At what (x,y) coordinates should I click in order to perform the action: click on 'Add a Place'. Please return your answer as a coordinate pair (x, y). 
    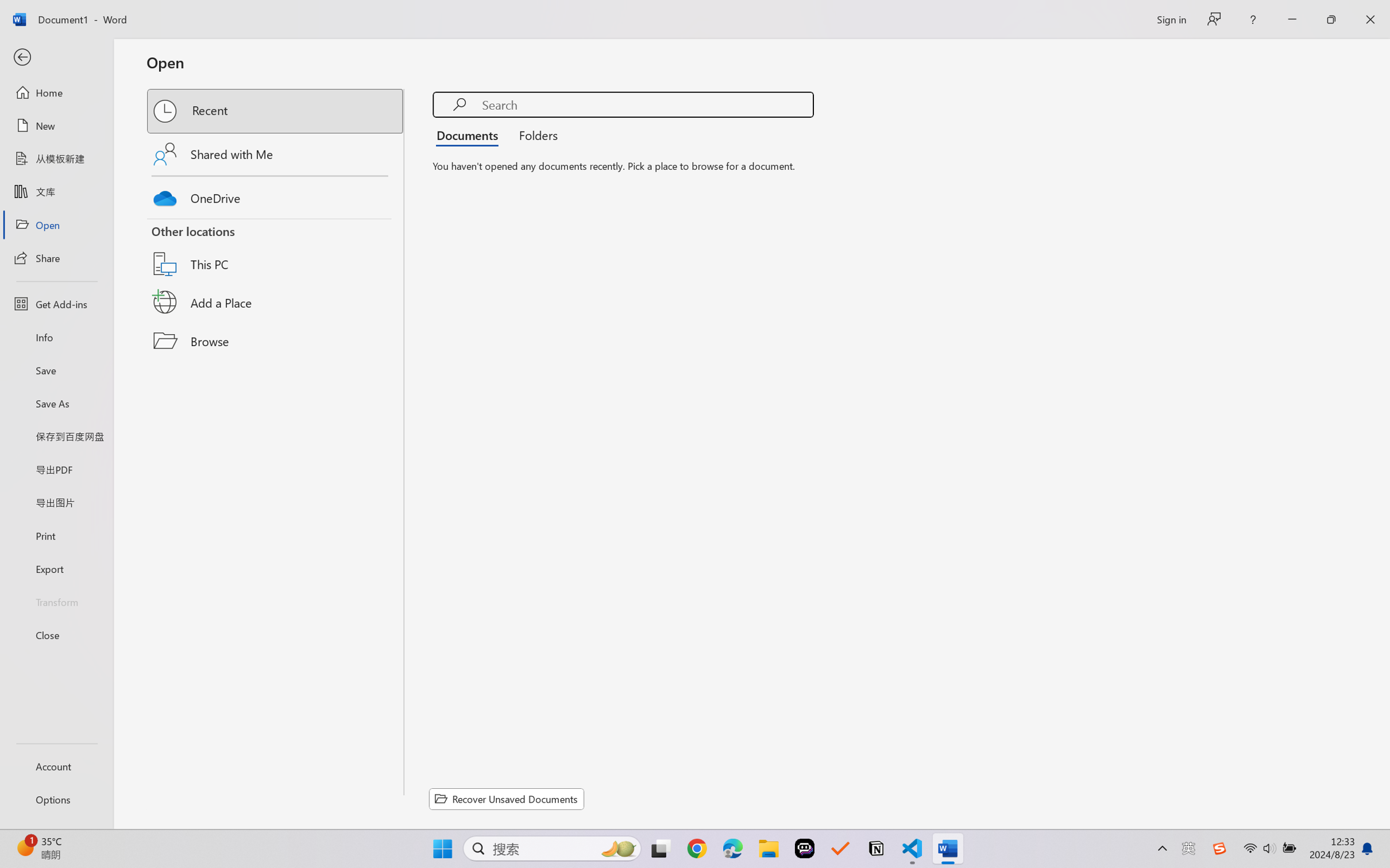
    Looking at the image, I should click on (276, 301).